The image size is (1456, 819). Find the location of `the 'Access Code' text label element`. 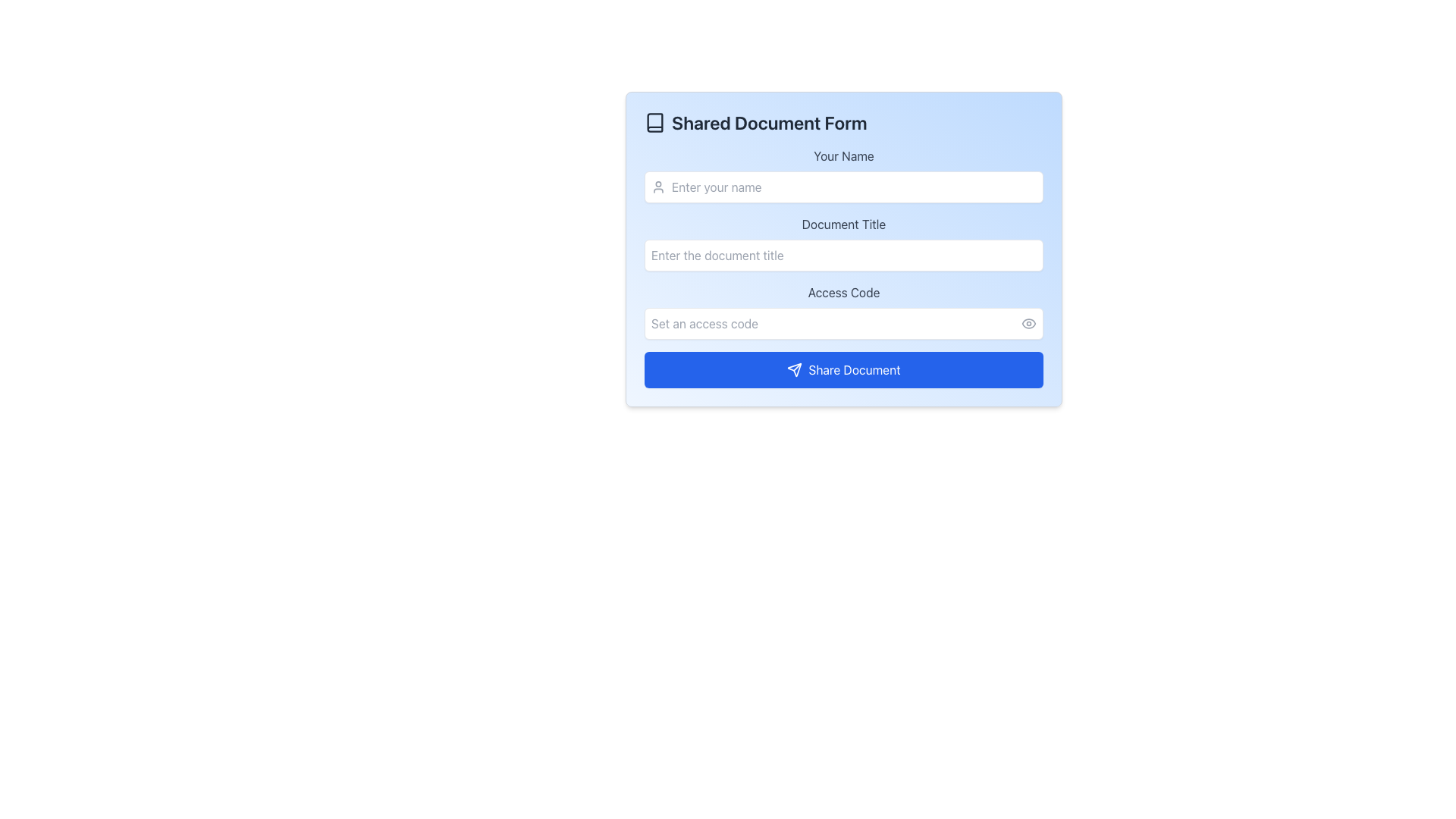

the 'Access Code' text label element is located at coordinates (843, 292).